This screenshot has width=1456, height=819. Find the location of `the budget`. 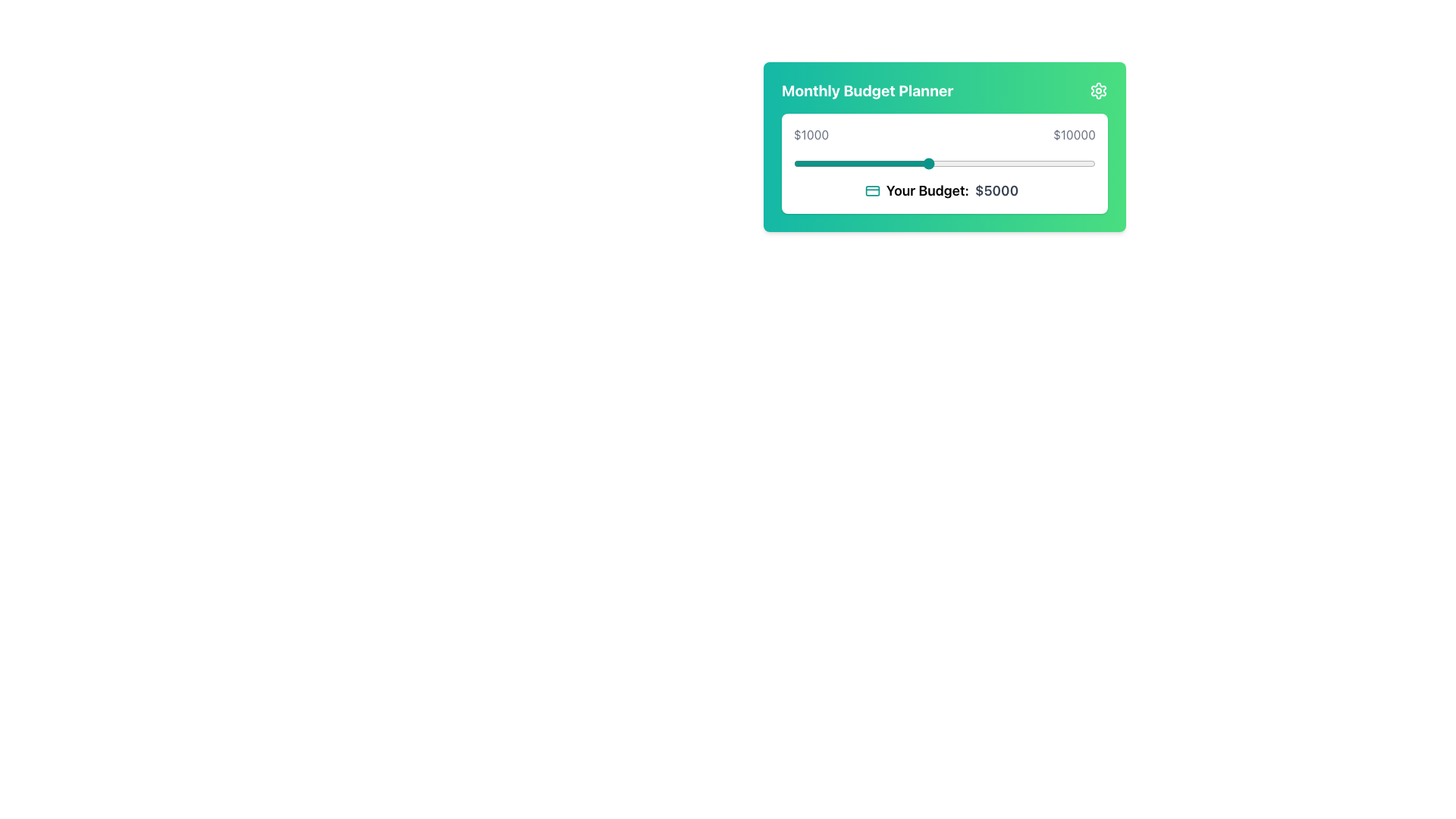

the budget is located at coordinates (1022, 164).